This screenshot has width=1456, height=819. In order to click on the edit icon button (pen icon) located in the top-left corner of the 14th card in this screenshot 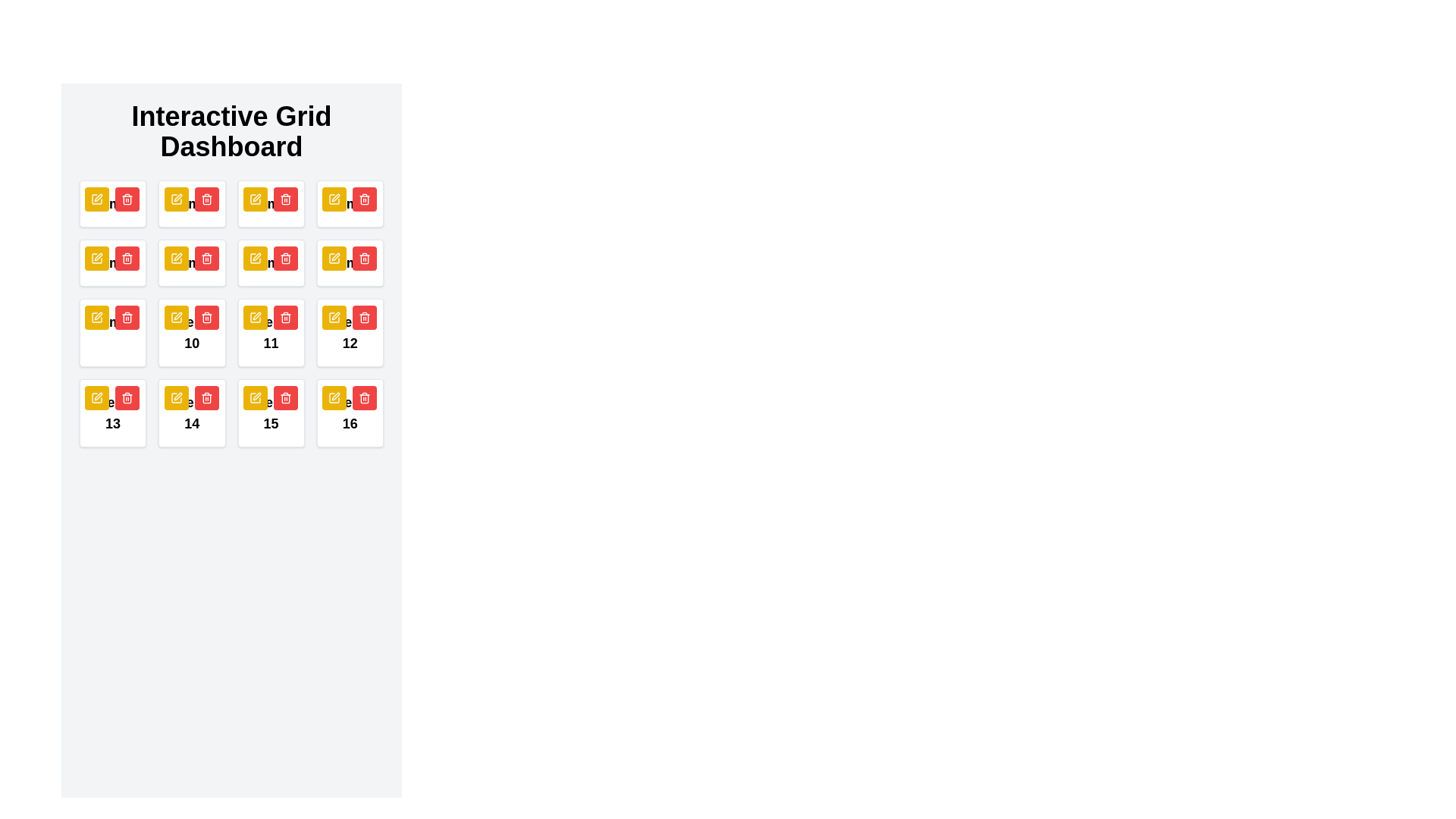, I will do `click(177, 396)`.